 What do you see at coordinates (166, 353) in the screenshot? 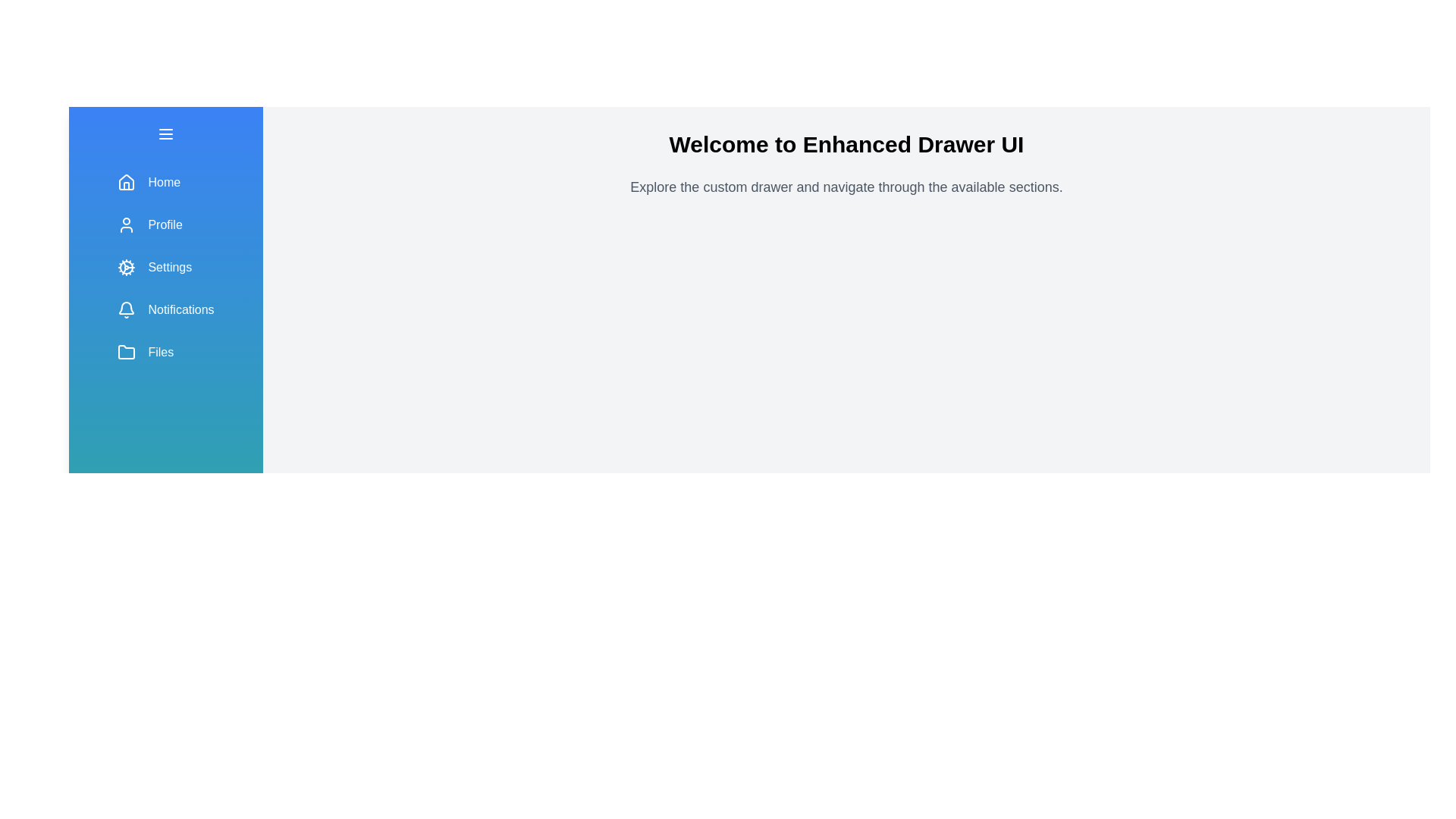
I see `the navigation menu item labeled Files` at bounding box center [166, 353].